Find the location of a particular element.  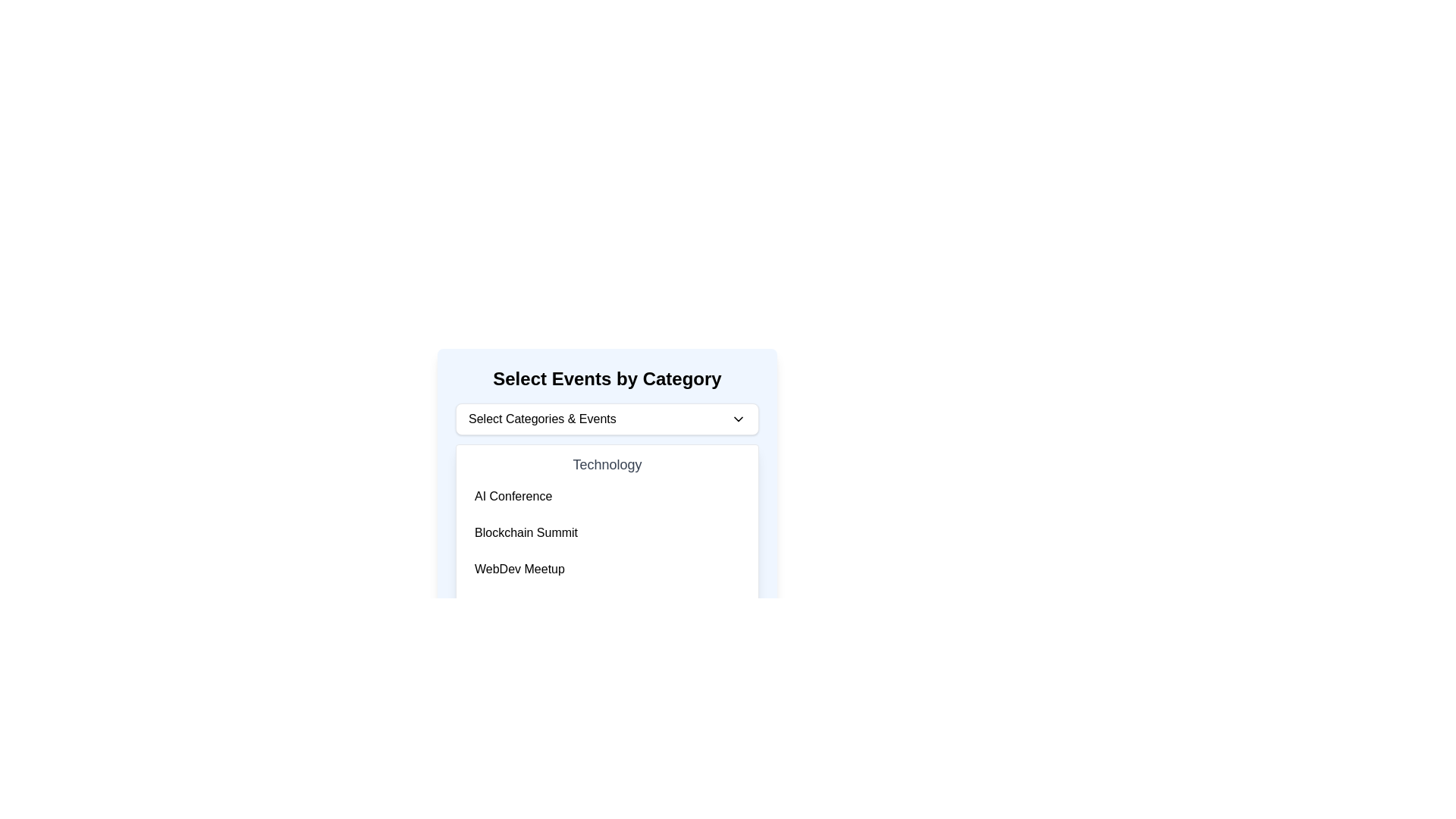

an event by clicking on the interactive list section labeled 'Select Events by Category', which includes a dropdown menu and various event entries is located at coordinates (607, 463).